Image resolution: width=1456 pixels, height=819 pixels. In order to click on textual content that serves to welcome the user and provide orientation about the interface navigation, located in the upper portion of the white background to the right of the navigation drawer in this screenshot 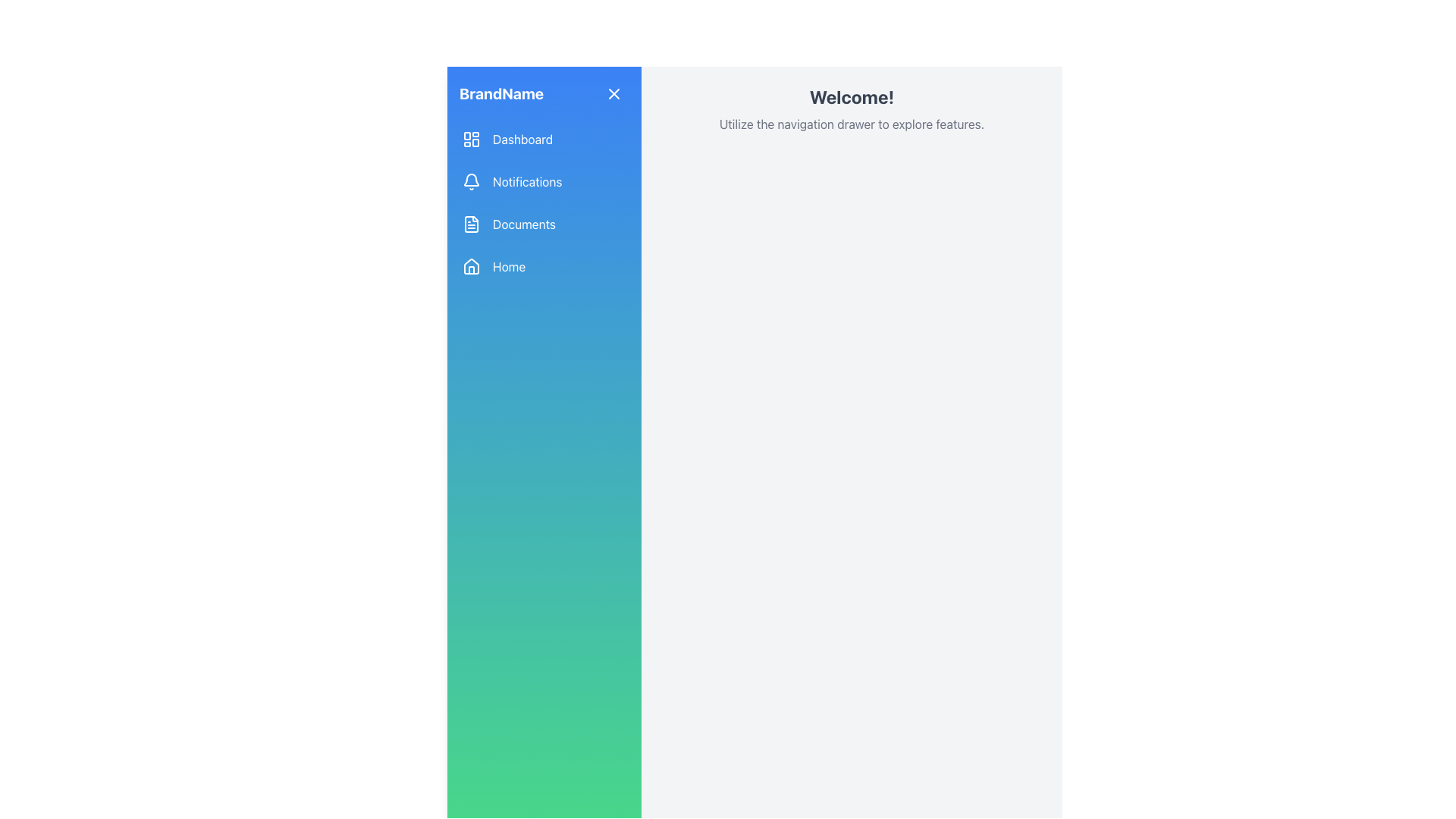, I will do `click(852, 108)`.